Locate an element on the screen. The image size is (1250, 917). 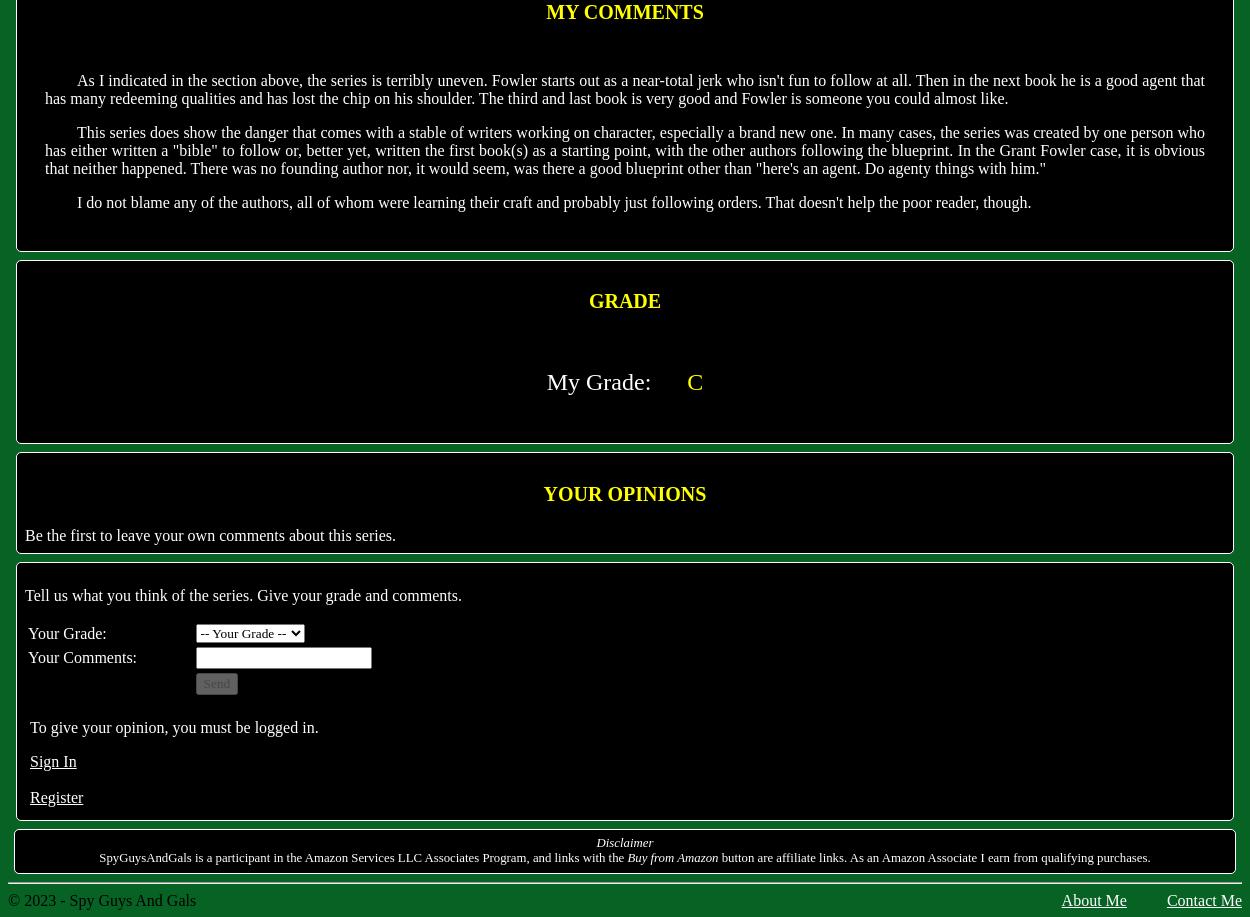
'Register' is located at coordinates (56, 797).